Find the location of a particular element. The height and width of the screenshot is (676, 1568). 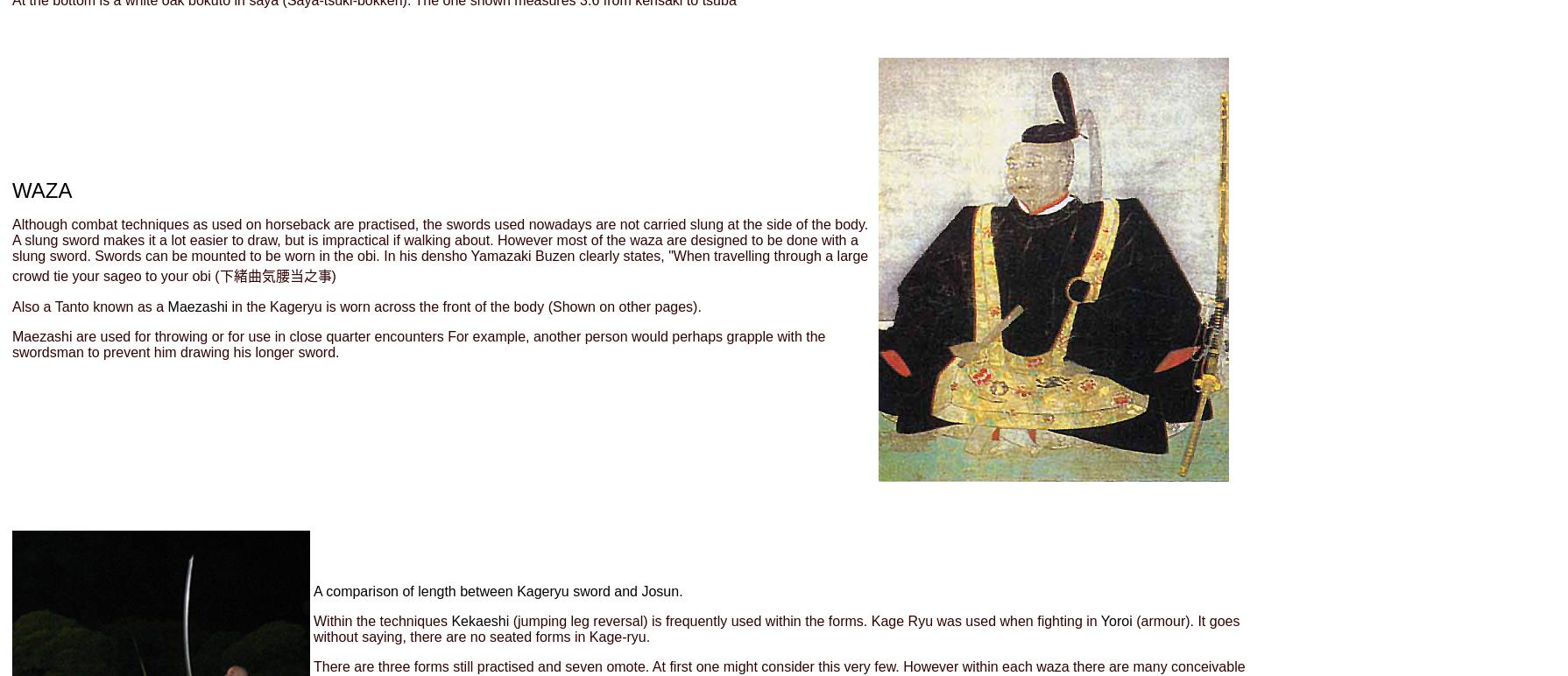

'(Shown on other pages).' is located at coordinates (547, 306).